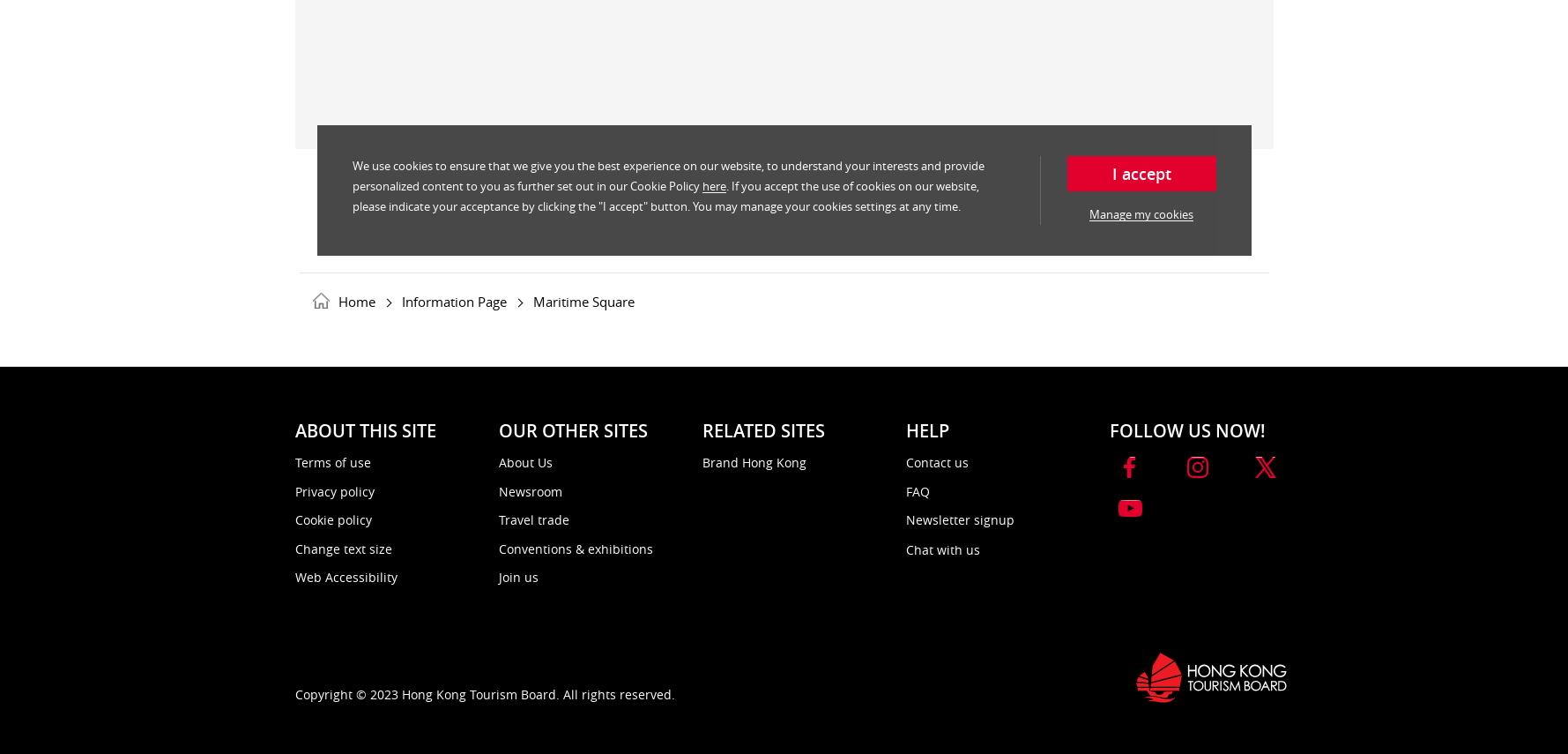 The height and width of the screenshot is (754, 1568). Describe the element at coordinates (332, 490) in the screenshot. I see `'Privacy policy'` at that location.